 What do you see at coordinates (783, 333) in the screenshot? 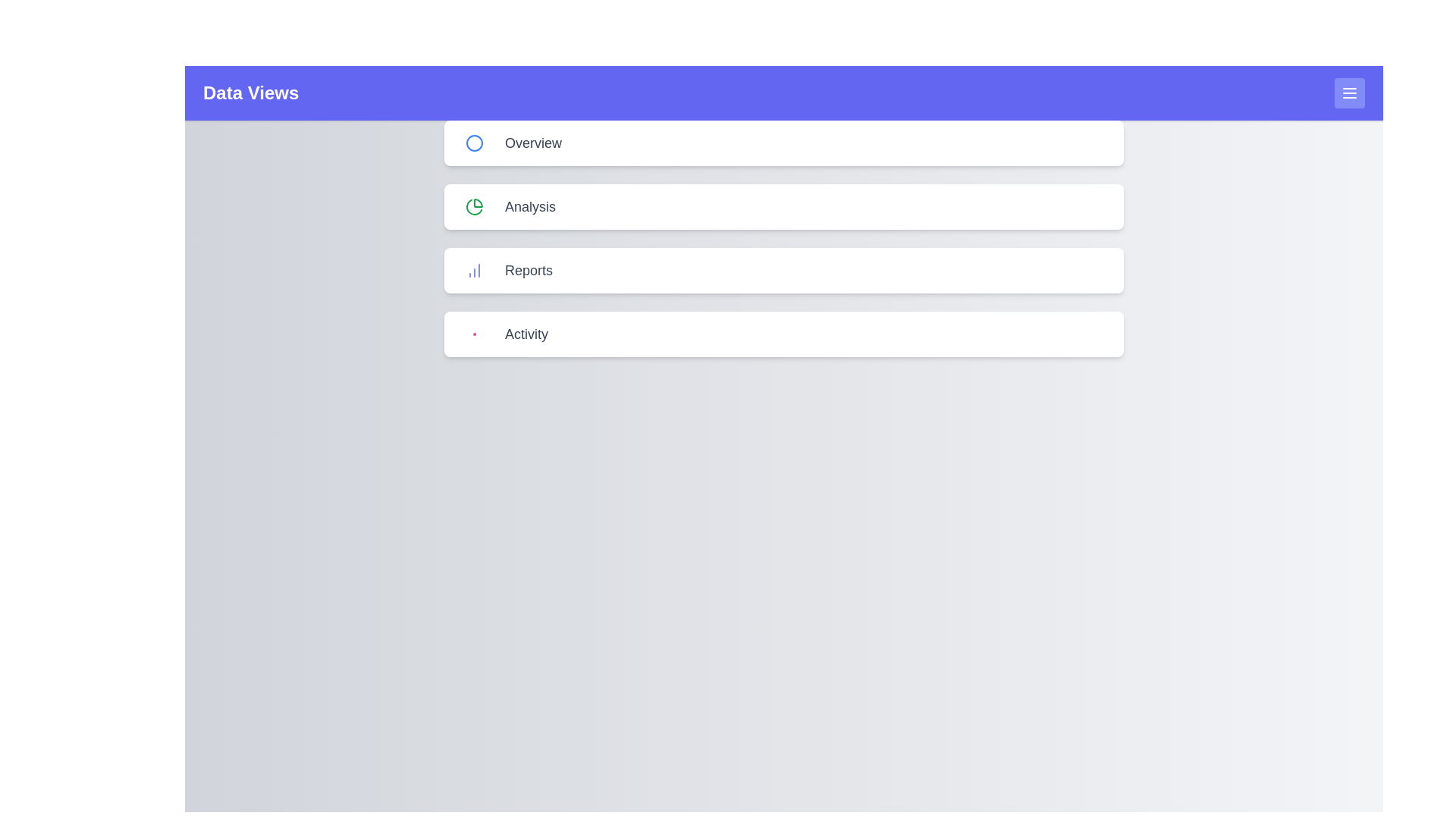
I see `the 'Activity' menu item to select it` at bounding box center [783, 333].